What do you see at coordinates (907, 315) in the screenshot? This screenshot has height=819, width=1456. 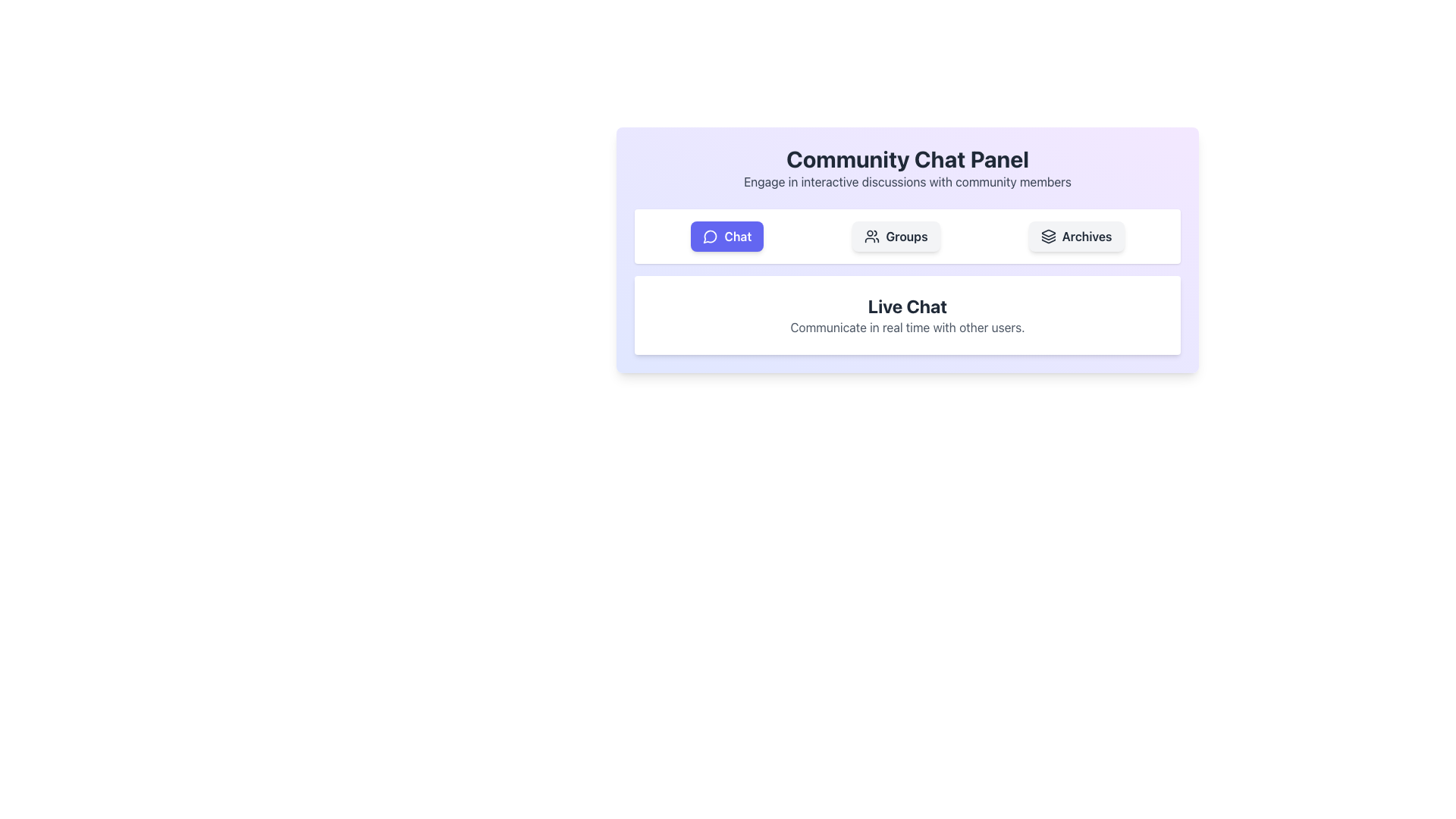 I see `the 'Live Chat' label group, which features a large, bold title and smaller descriptive text, positioned centrally within a white card below the buttons 'Chat,' 'Groups,' and 'Archives.'` at bounding box center [907, 315].